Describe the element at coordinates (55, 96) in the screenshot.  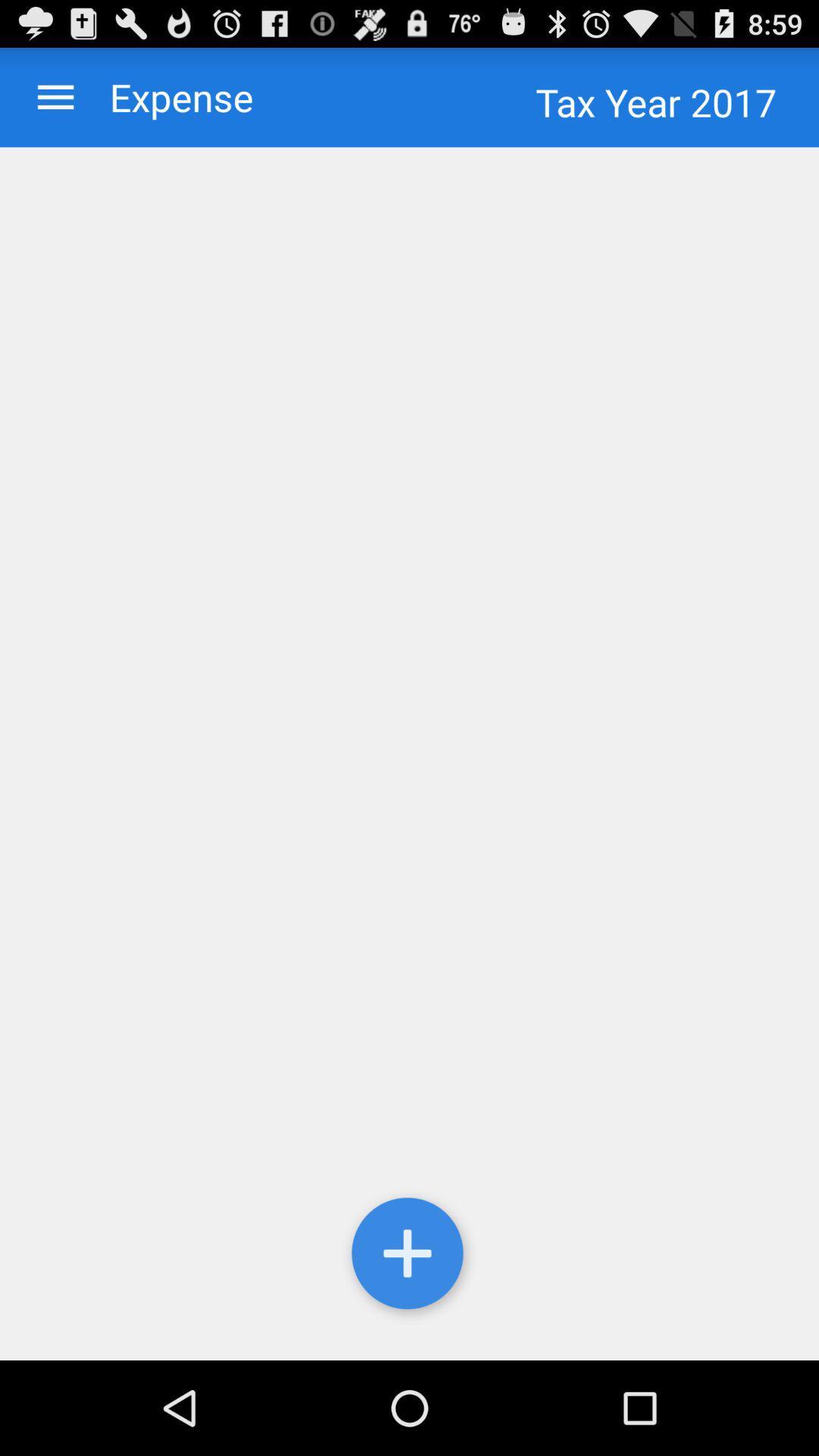
I see `the app to the left of the expense` at that location.